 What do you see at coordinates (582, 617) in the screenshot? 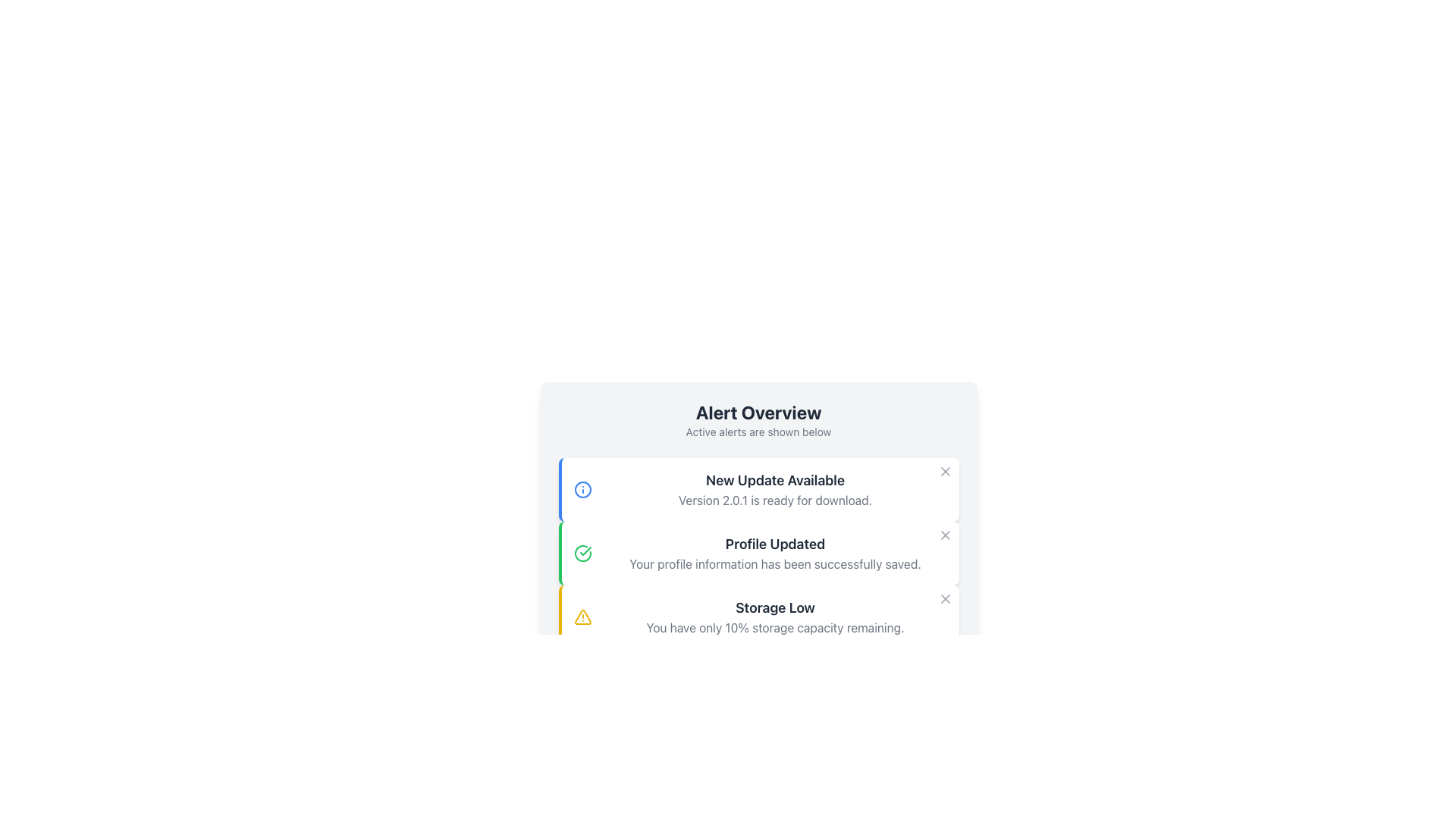
I see `the warning icon located at the far left of the 'Storage Low' alert card, which serves as a visual indicator for a warning or alert` at bounding box center [582, 617].